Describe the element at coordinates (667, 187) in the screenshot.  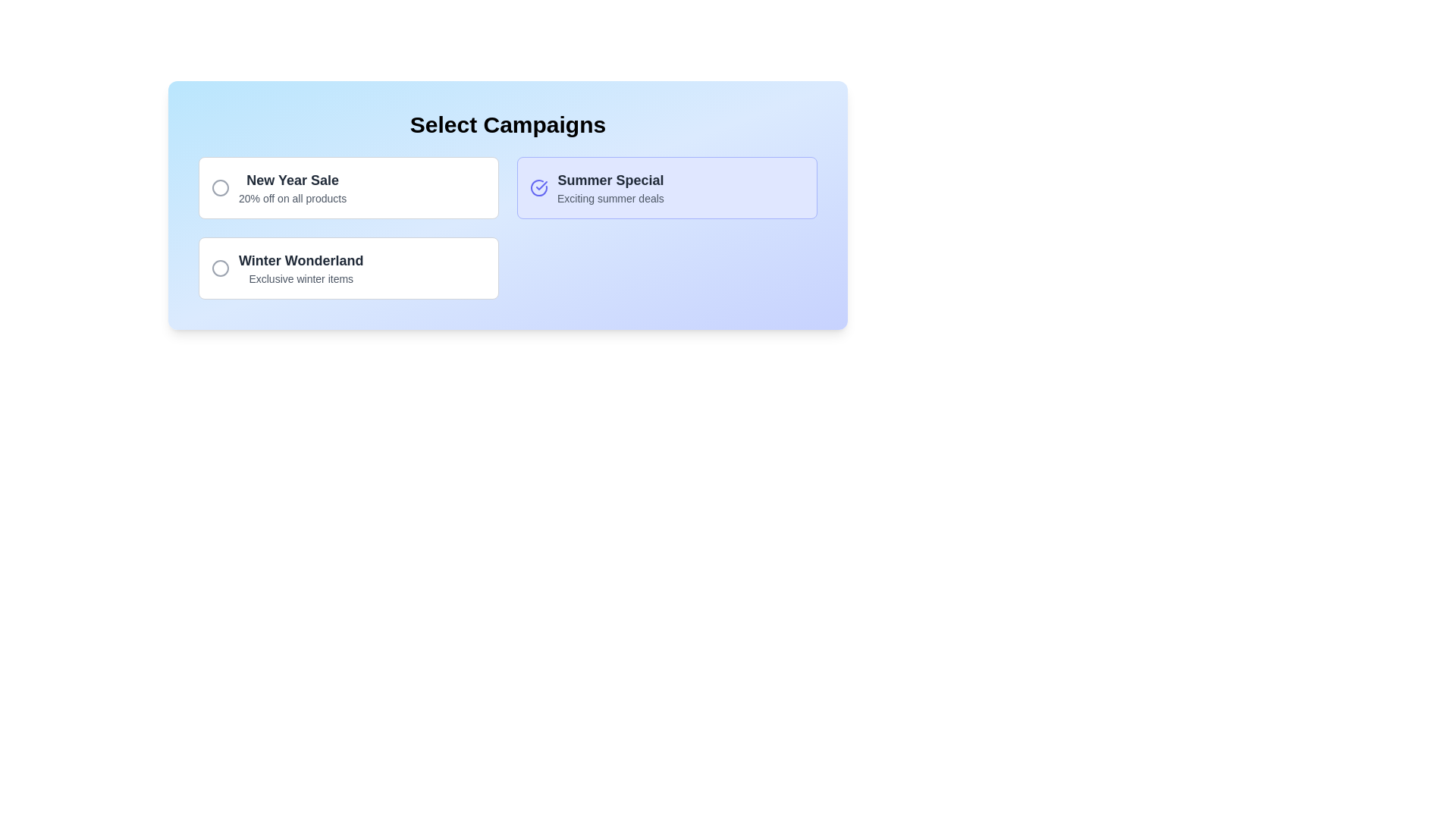
I see `the second card in the grid representing a summer-themed sale` at that location.